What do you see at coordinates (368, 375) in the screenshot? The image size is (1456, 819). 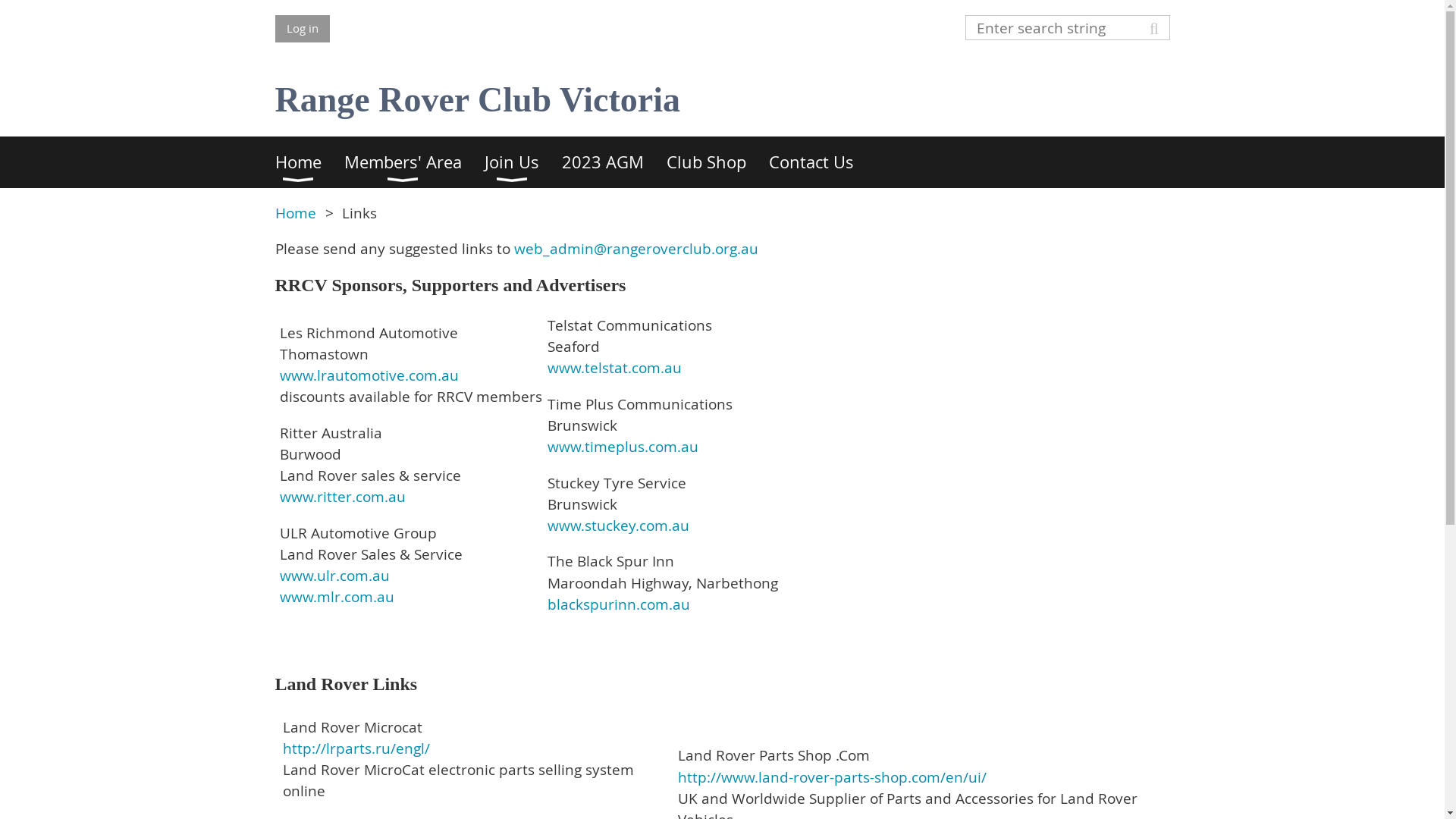 I see `'www.lrautomotive.com.au'` at bounding box center [368, 375].